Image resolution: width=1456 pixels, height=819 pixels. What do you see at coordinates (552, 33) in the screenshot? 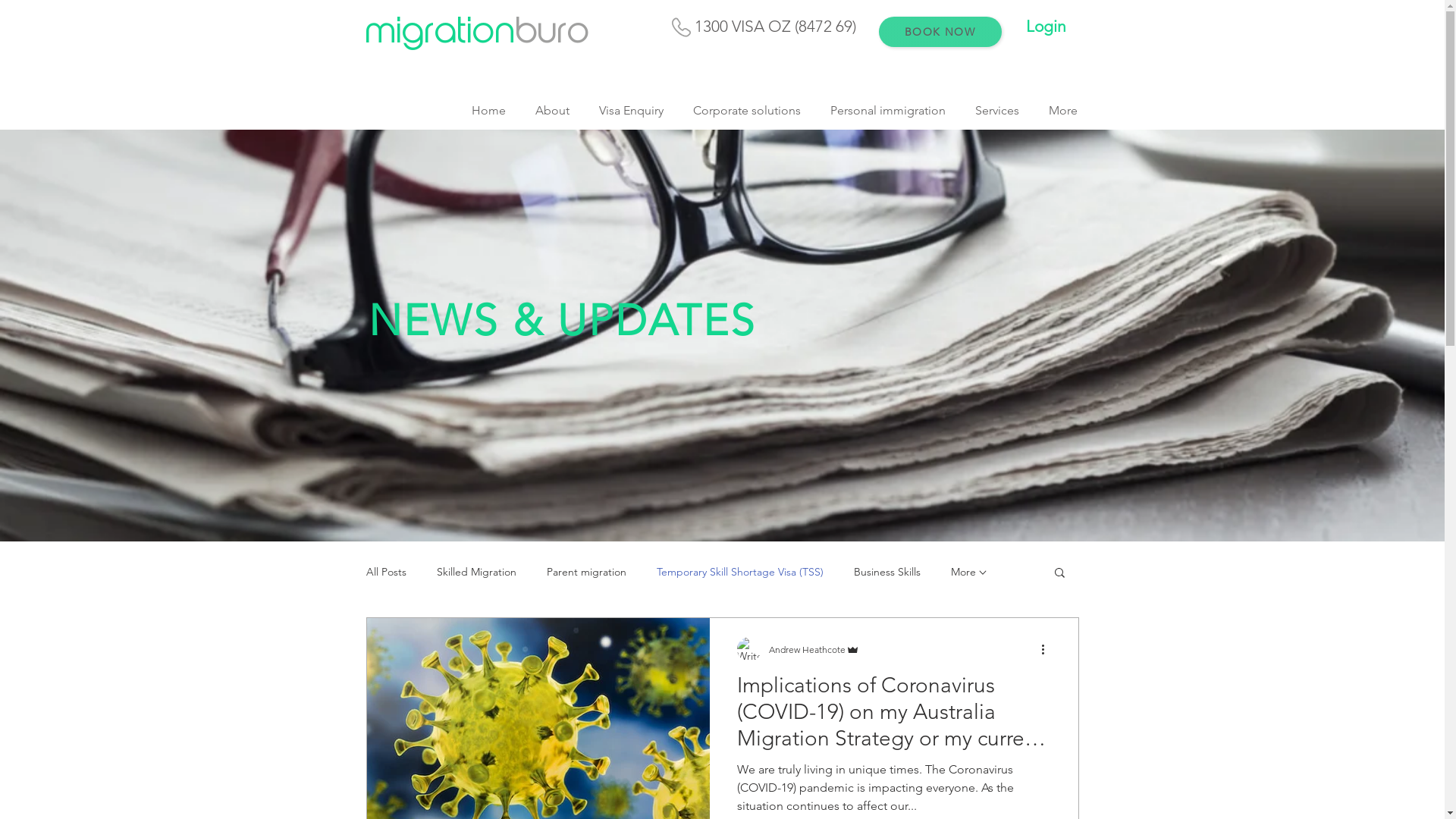
I see `'buro'` at bounding box center [552, 33].